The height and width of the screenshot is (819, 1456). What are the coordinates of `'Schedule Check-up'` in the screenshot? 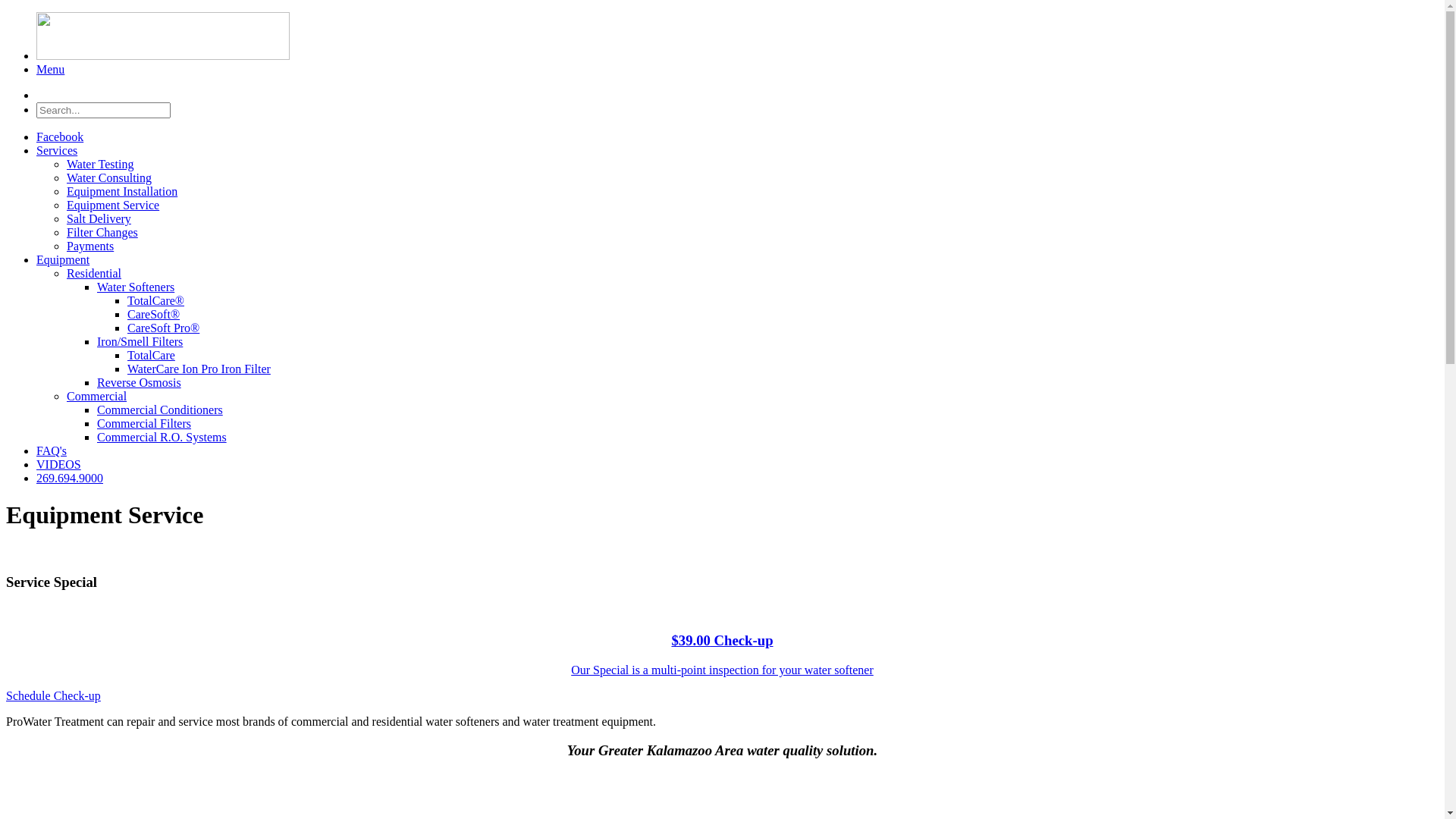 It's located at (53, 695).